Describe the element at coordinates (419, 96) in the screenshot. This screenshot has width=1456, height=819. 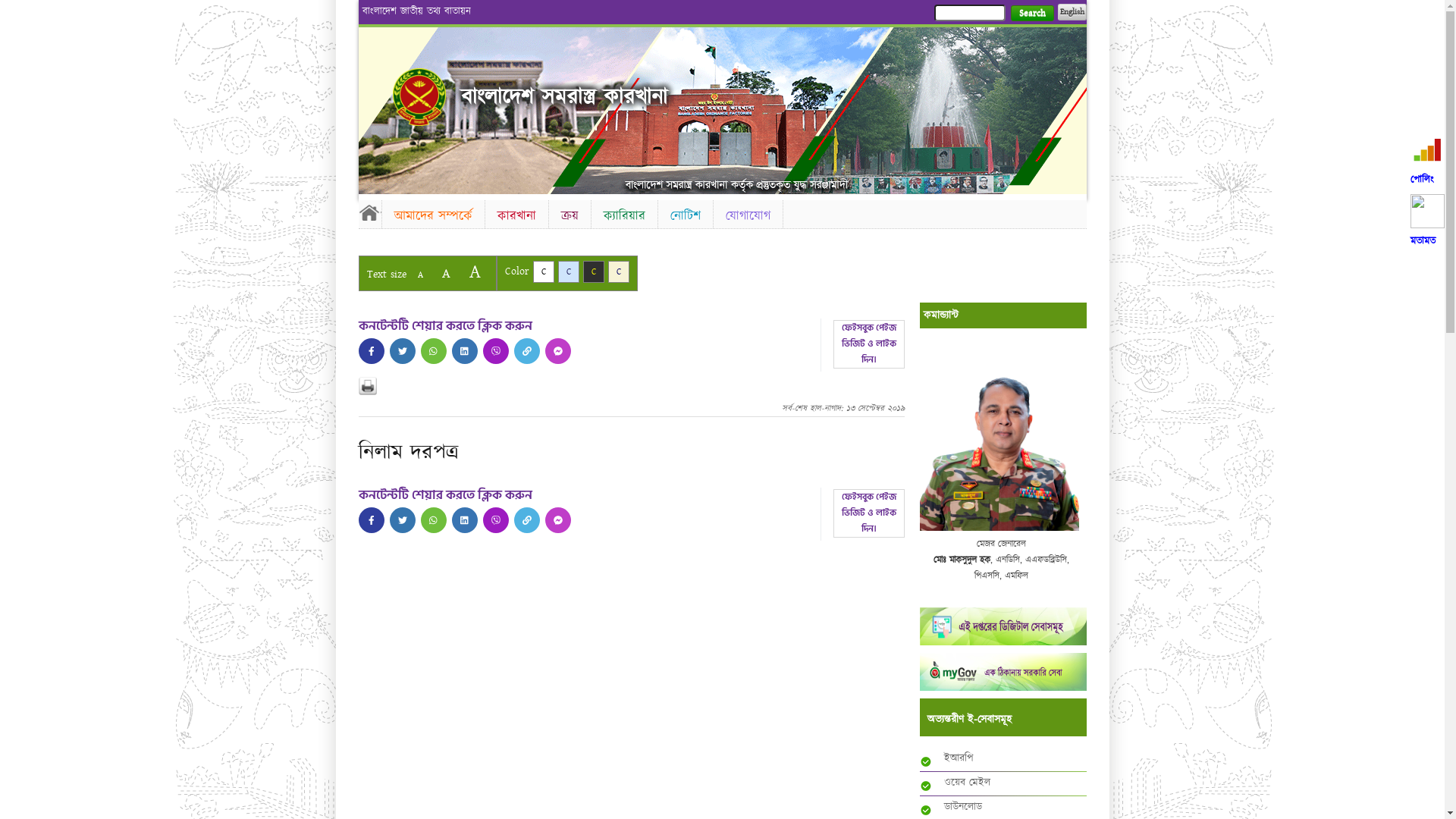
I see `'Home'` at that location.